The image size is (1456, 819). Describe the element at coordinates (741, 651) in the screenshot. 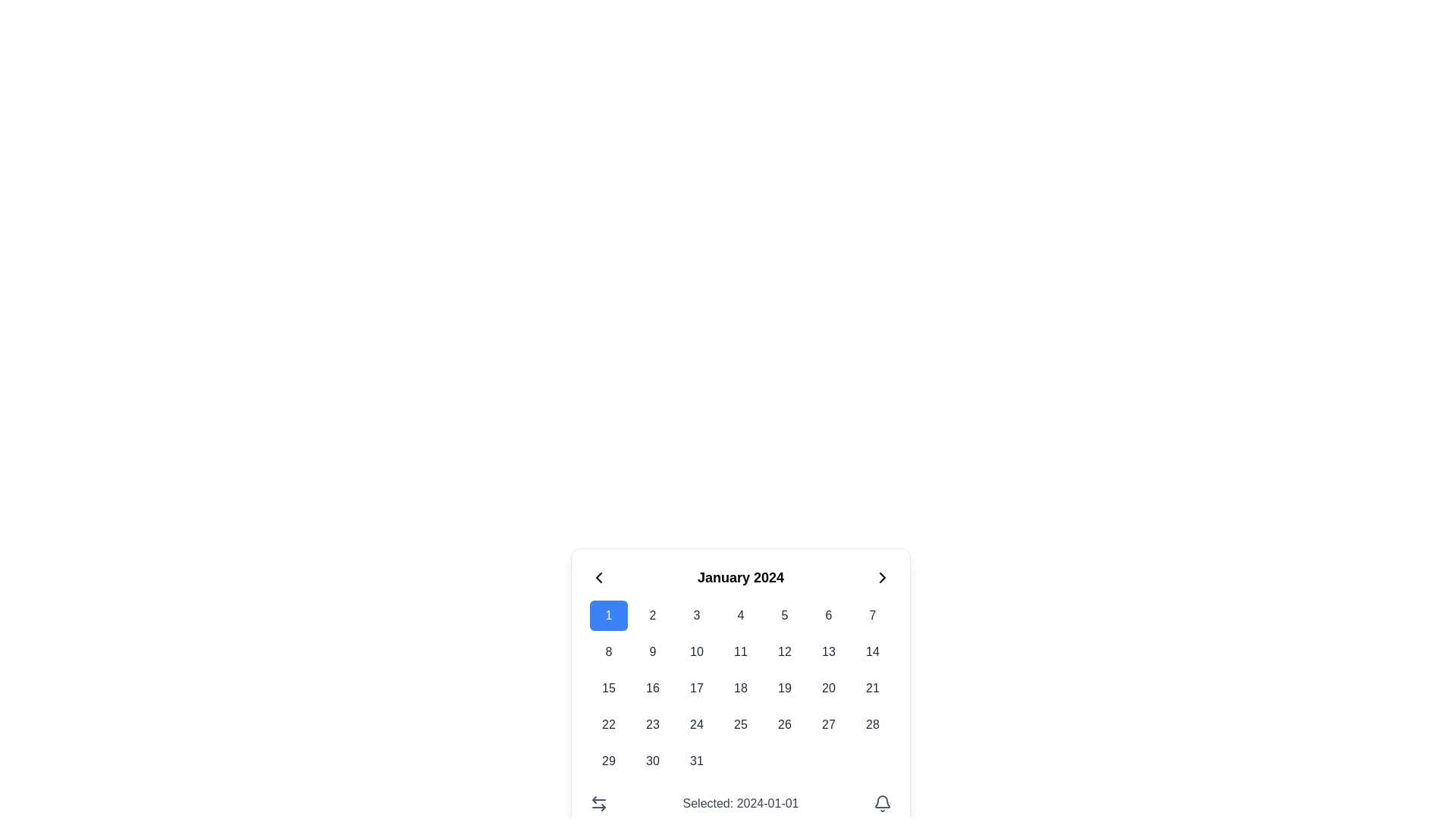

I see `the Interactive date button representing the date '11' in the calendar` at that location.